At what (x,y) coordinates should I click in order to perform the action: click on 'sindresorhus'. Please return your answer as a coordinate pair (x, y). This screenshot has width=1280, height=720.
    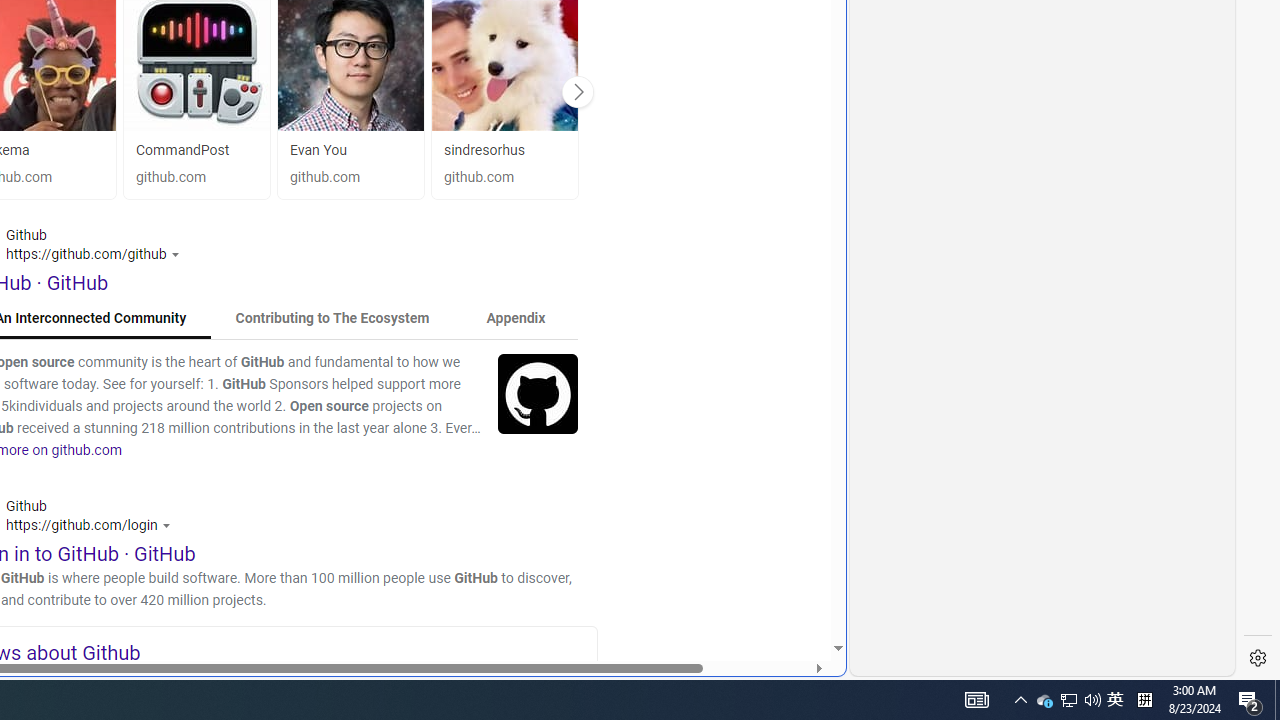
    Looking at the image, I should click on (504, 149).